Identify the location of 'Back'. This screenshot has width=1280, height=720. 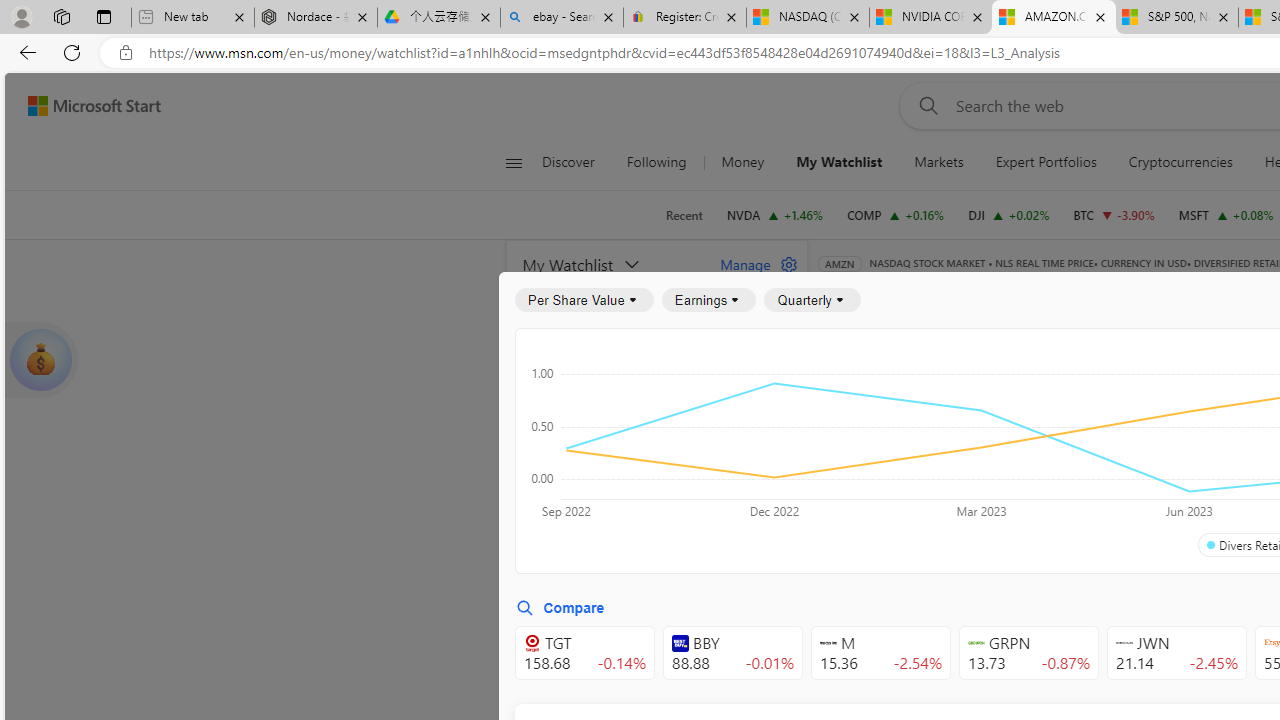
(24, 51).